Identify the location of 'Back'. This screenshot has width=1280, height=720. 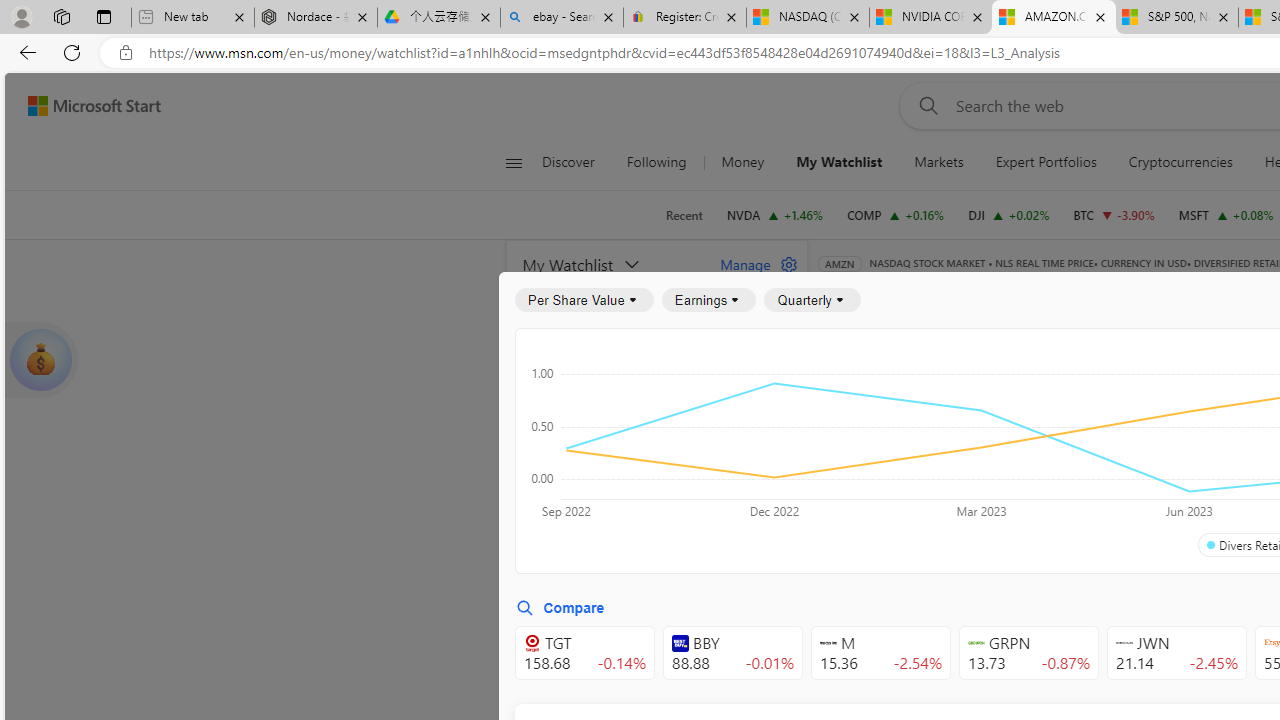
(24, 51).